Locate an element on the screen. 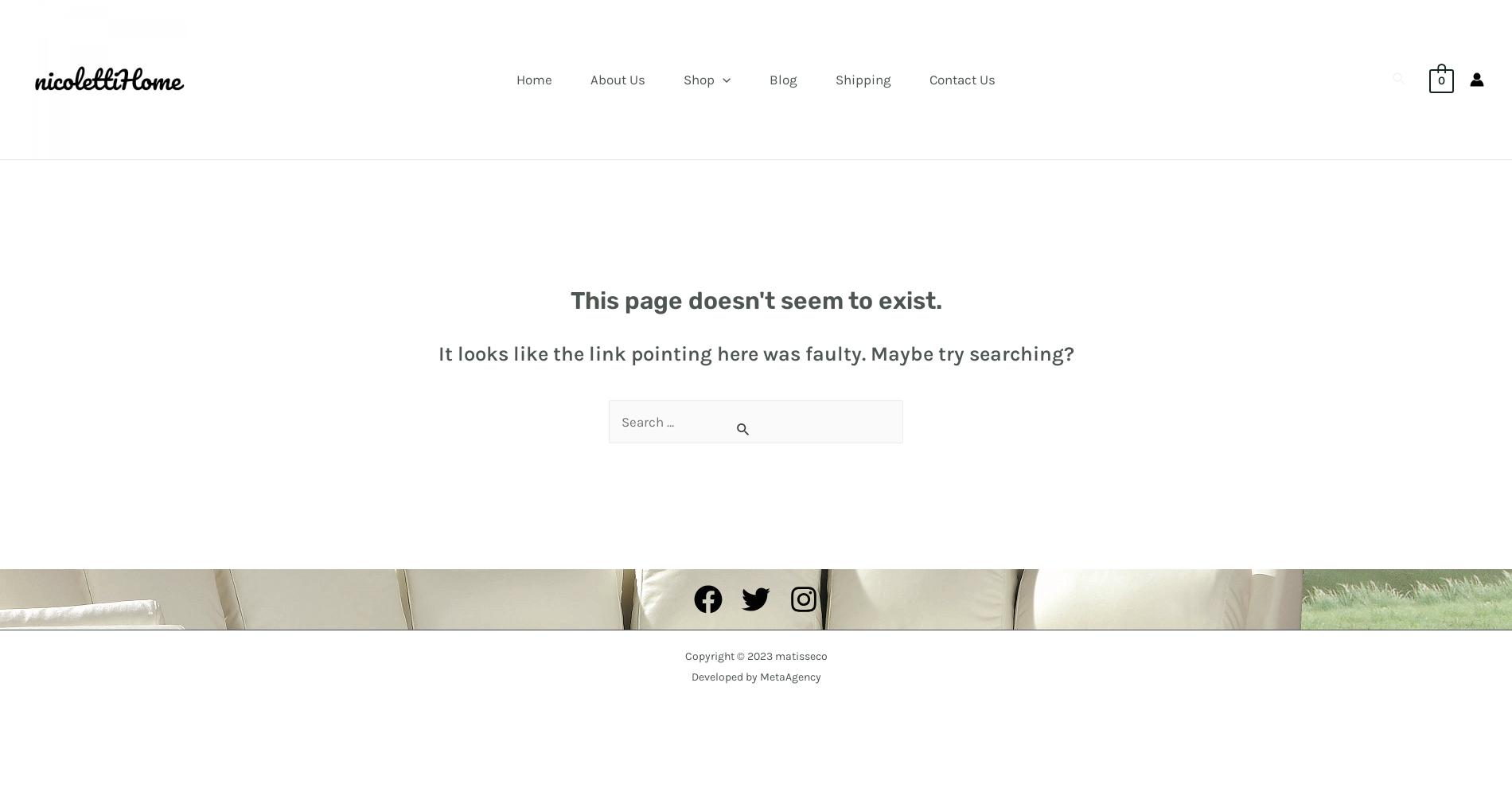 The width and height of the screenshot is (1512, 796). 'It looks like the link pointing here was faulty. Maybe try searching?' is located at coordinates (754, 353).